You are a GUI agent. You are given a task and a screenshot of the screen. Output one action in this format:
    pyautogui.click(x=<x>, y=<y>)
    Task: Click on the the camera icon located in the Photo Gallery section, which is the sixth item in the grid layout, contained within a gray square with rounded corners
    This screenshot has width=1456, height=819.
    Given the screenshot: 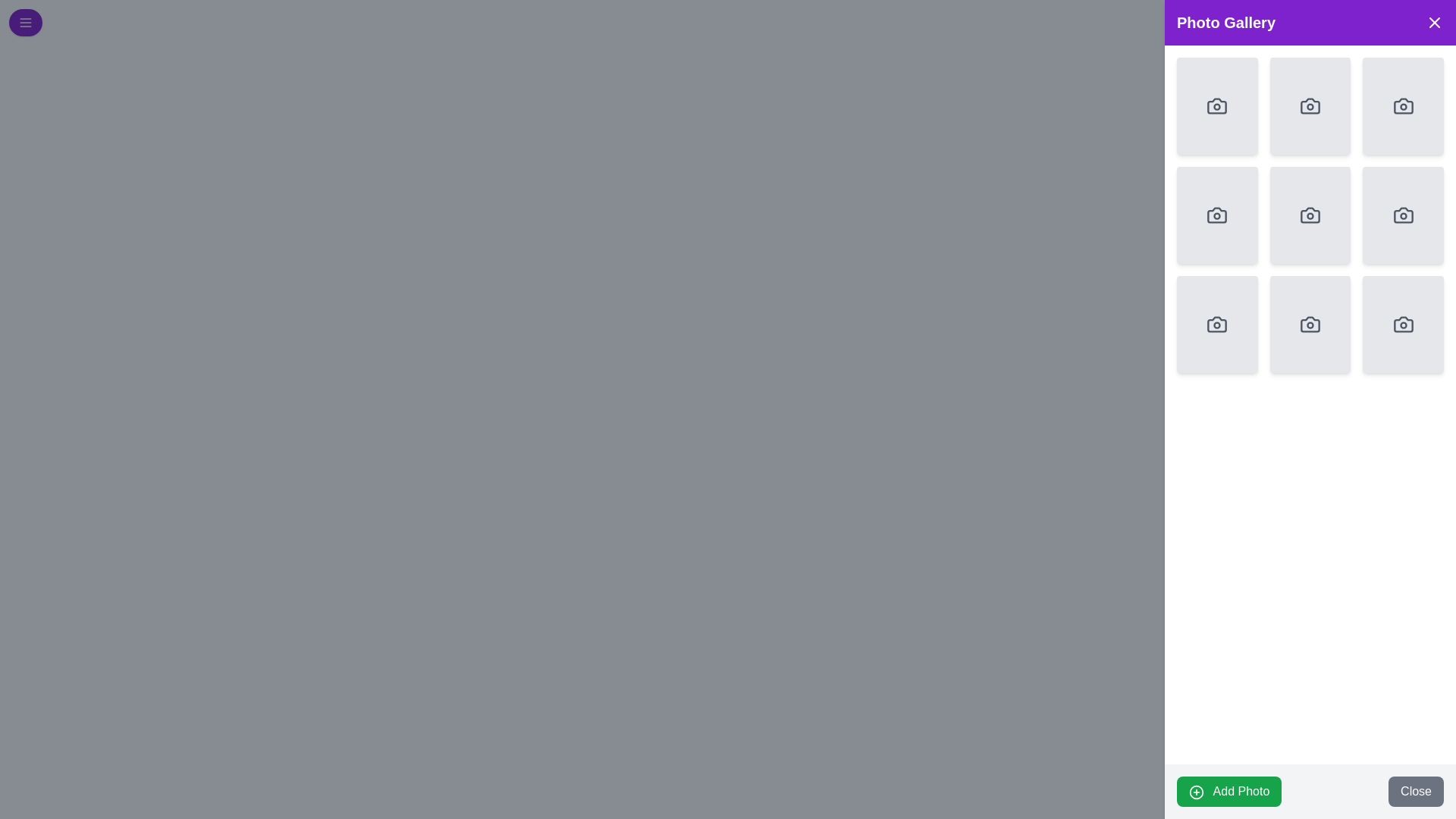 What is the action you would take?
    pyautogui.click(x=1402, y=215)
    